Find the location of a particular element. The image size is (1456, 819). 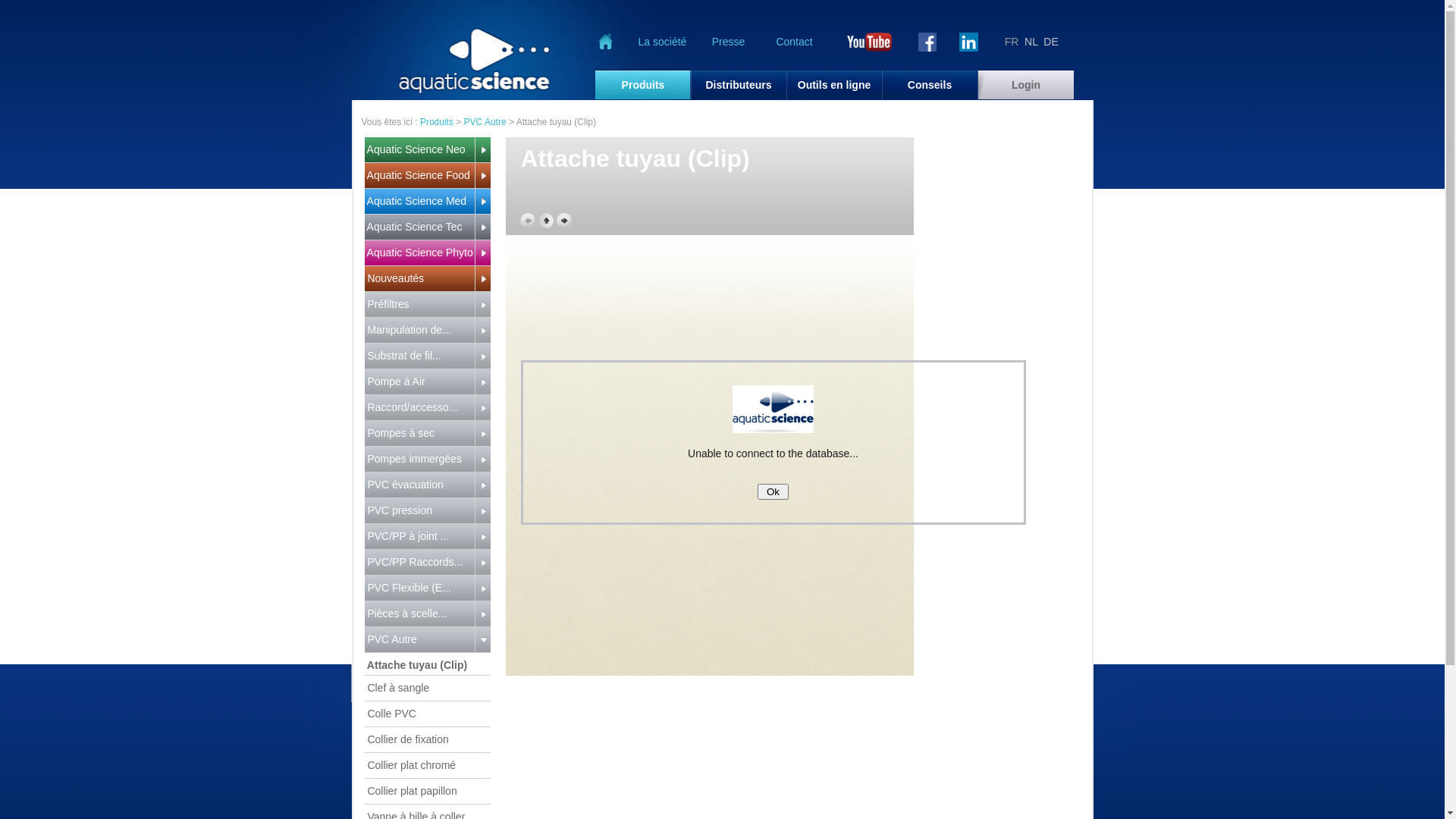

'Login' is located at coordinates (1025, 84).